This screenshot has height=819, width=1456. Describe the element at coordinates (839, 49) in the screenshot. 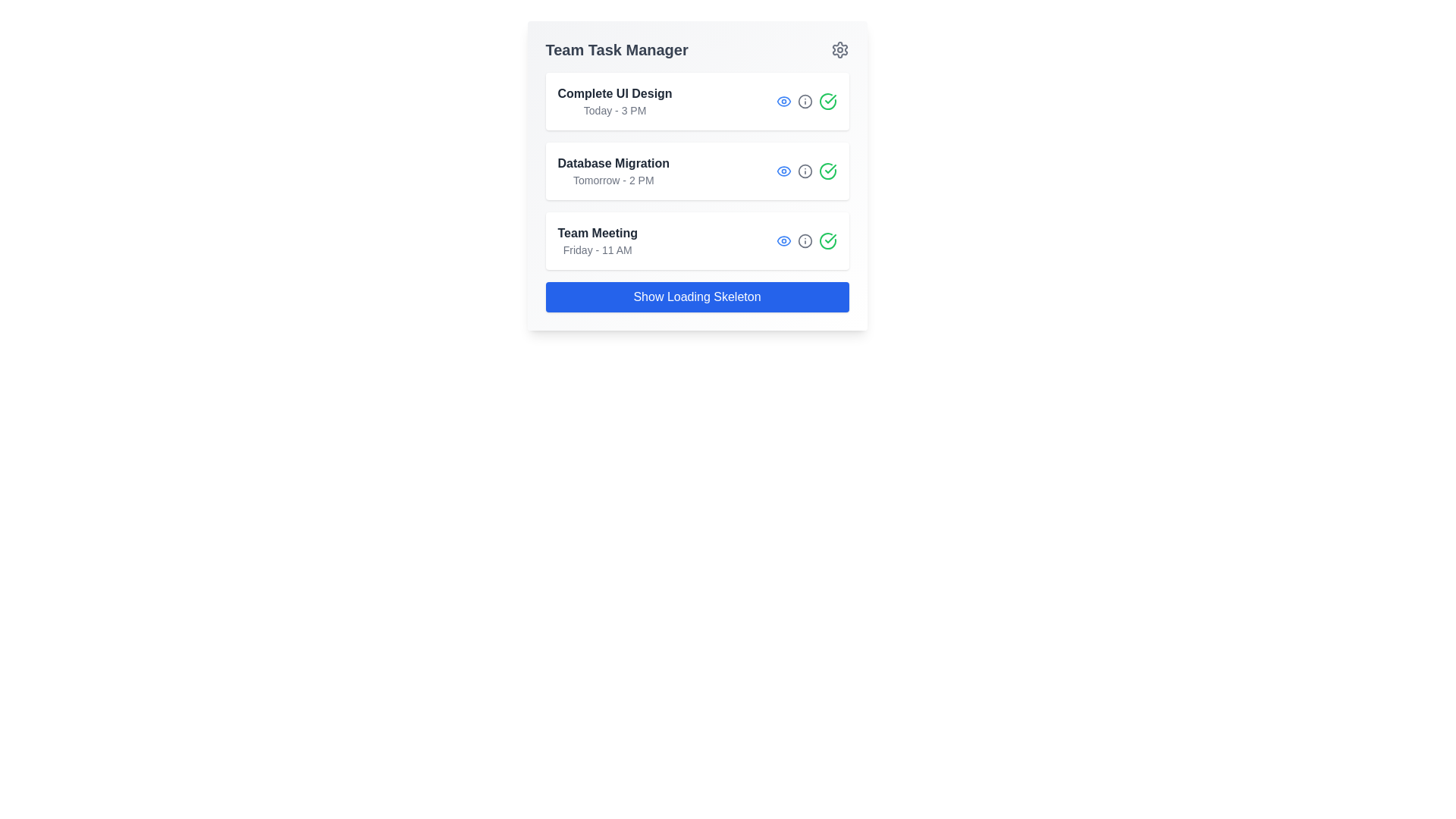

I see `the Settings cogwheel icon located in the top right corner of the 'Team Task Manager' panel` at that location.